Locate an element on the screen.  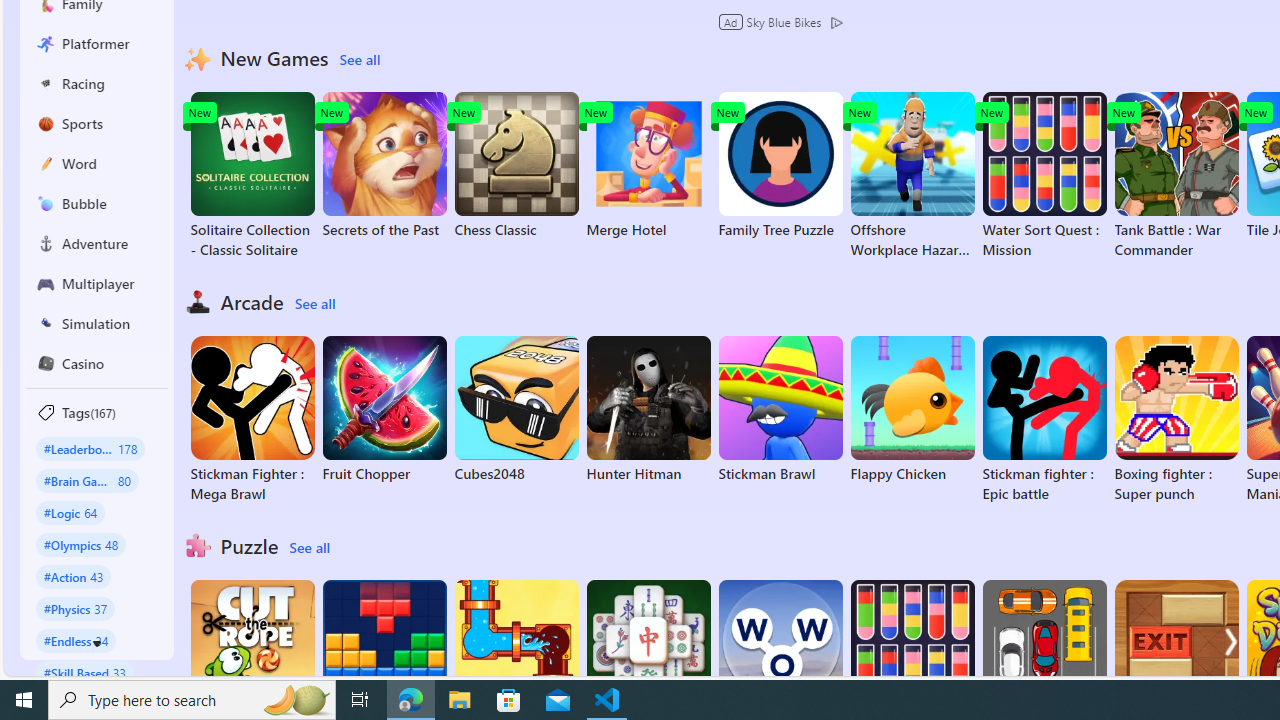
'#Logic 64' is located at coordinates (71, 511).